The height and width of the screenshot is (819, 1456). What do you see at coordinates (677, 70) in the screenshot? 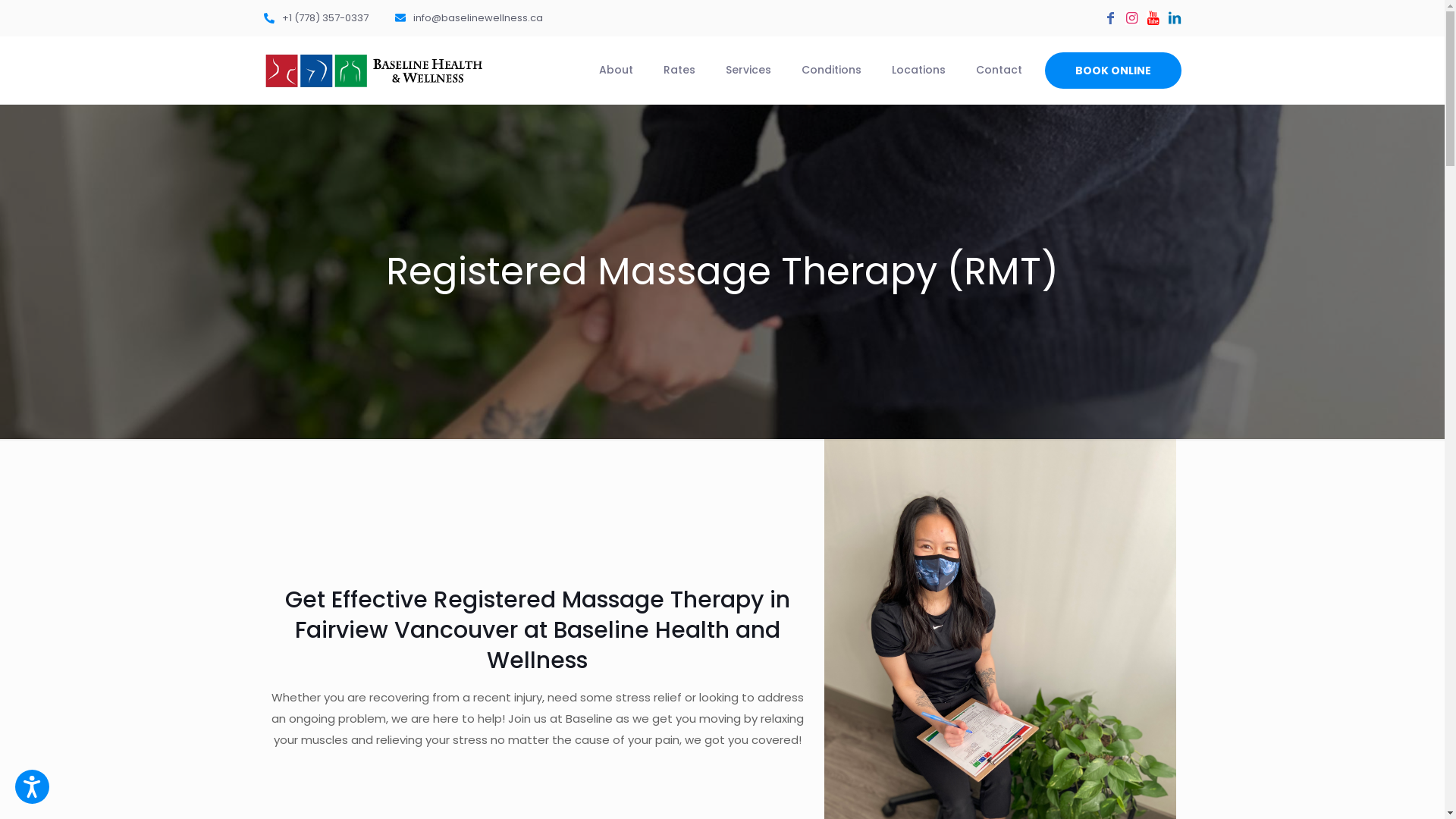
I see `'Rates'` at bounding box center [677, 70].